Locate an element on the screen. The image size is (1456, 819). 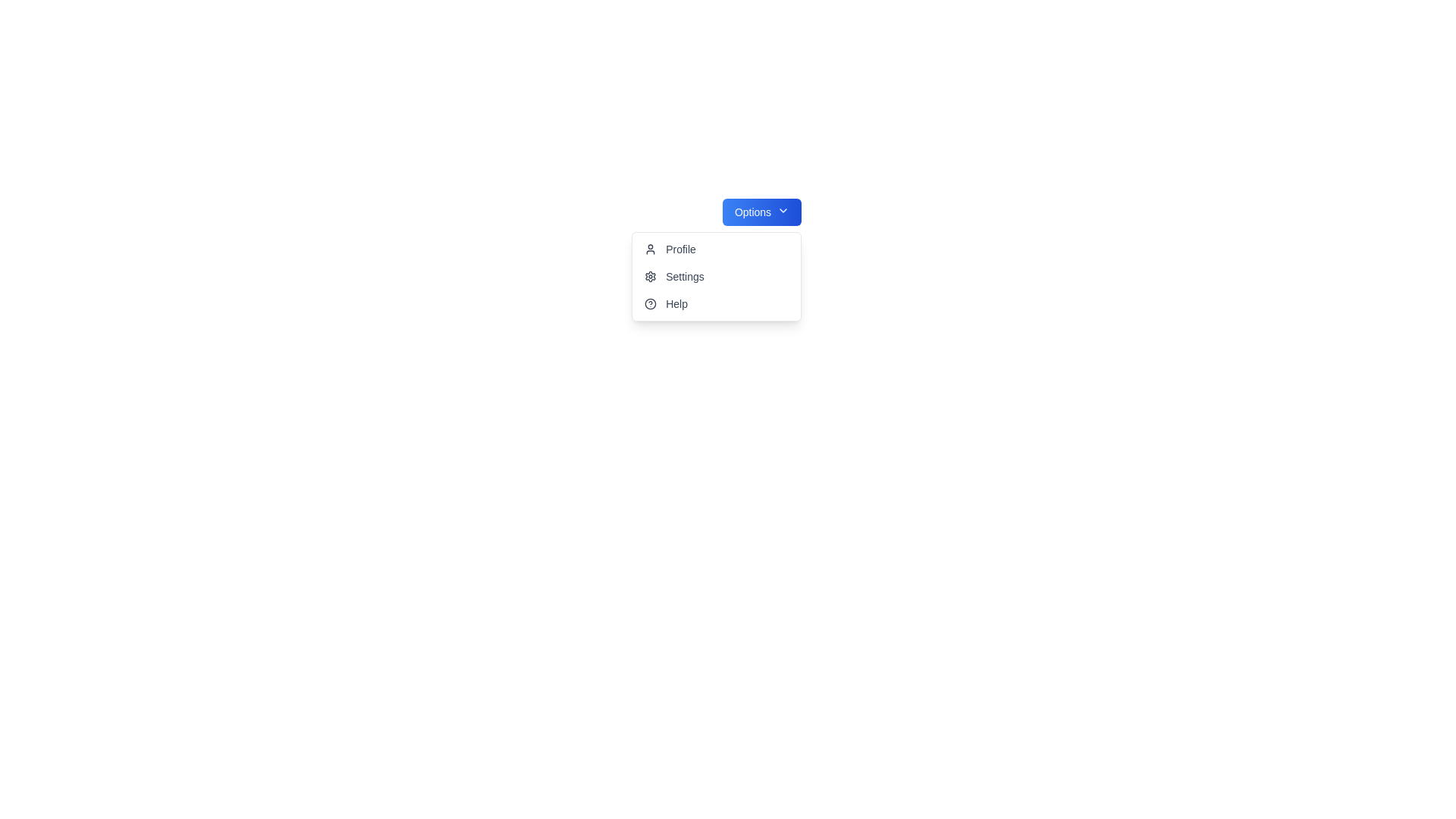
the decorative icon representing the settings functionality, which is aligned next to the 'Settings' label in the dropdown menu is located at coordinates (651, 277).